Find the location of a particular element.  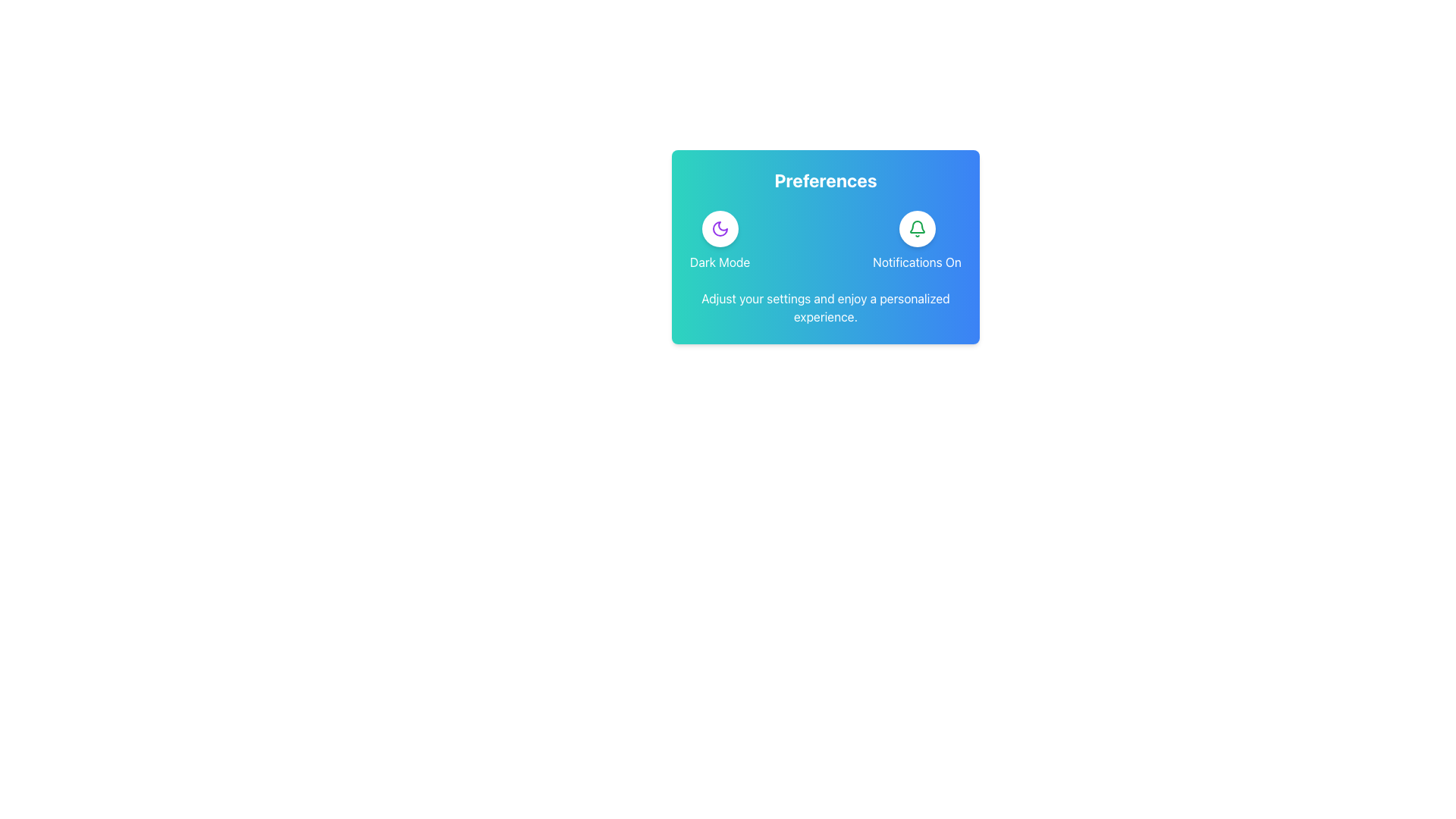

the 'Notifications On' icon located to the right of the 'Dark Mode' element in the 'Preferences' section is located at coordinates (916, 240).